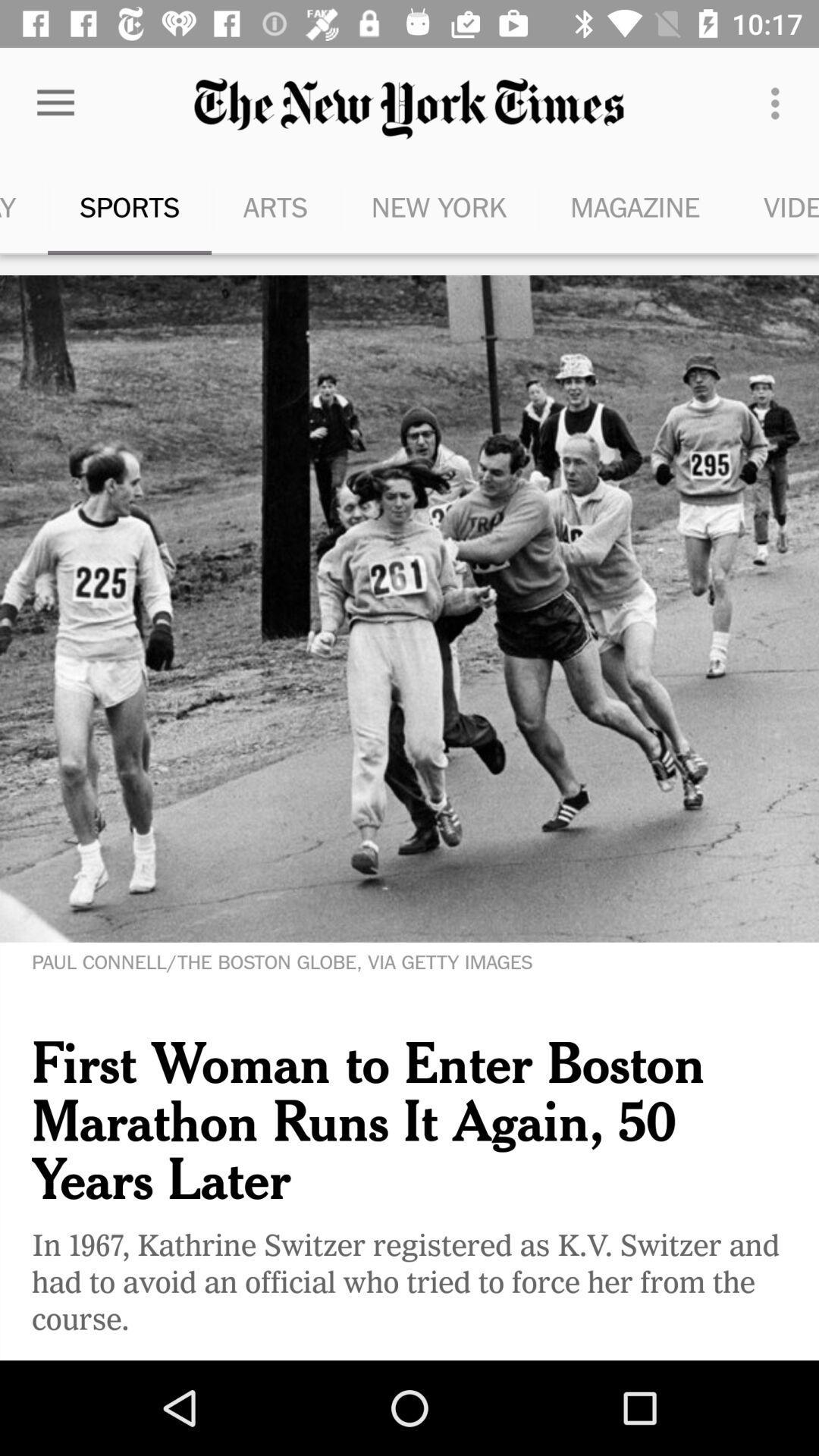  I want to click on the sports icon, so click(128, 206).